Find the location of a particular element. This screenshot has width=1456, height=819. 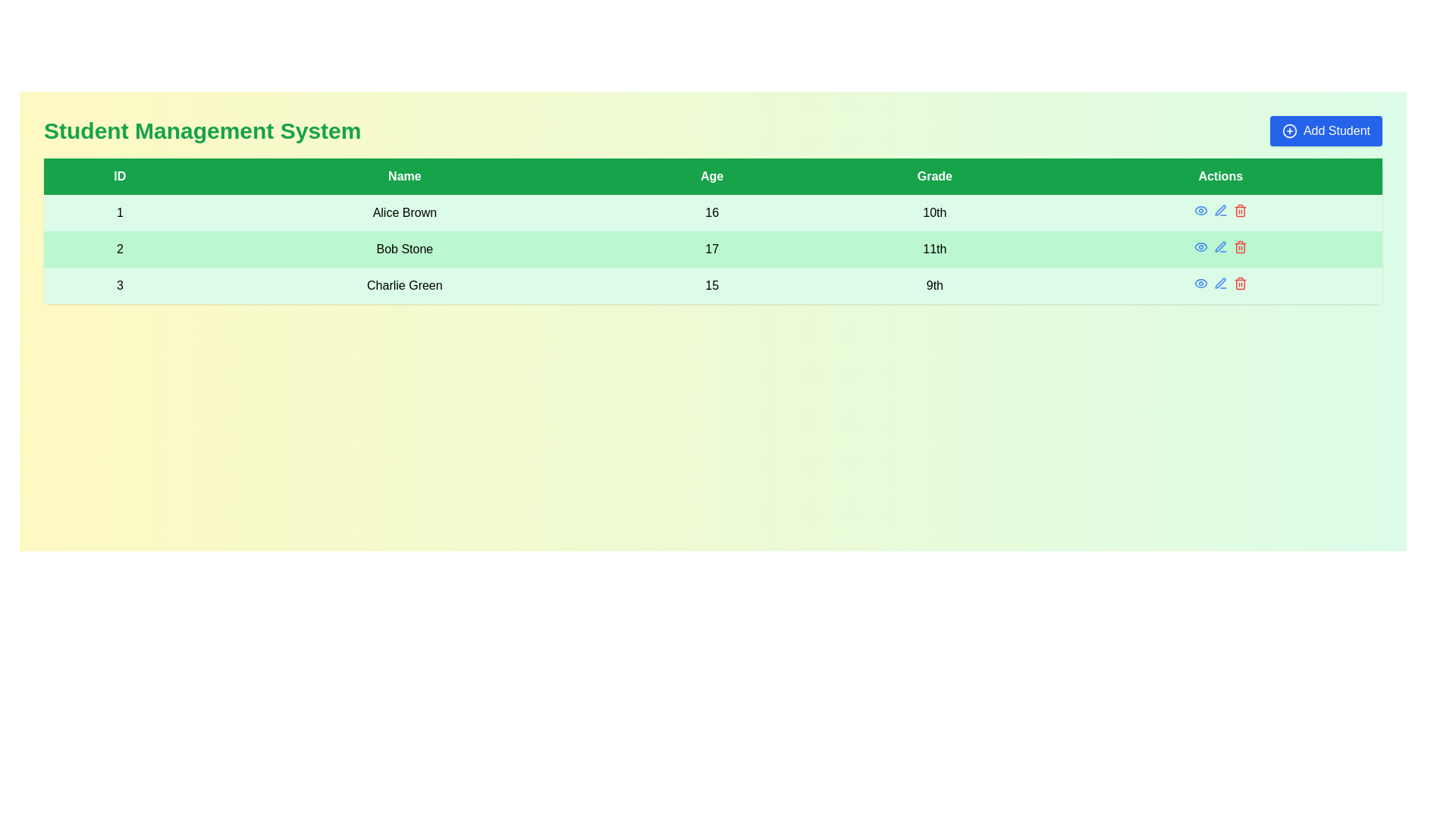

the 'Name' text label in the table header, which has a green background and displays the text 'Name' in white, centered within the cell is located at coordinates (404, 175).